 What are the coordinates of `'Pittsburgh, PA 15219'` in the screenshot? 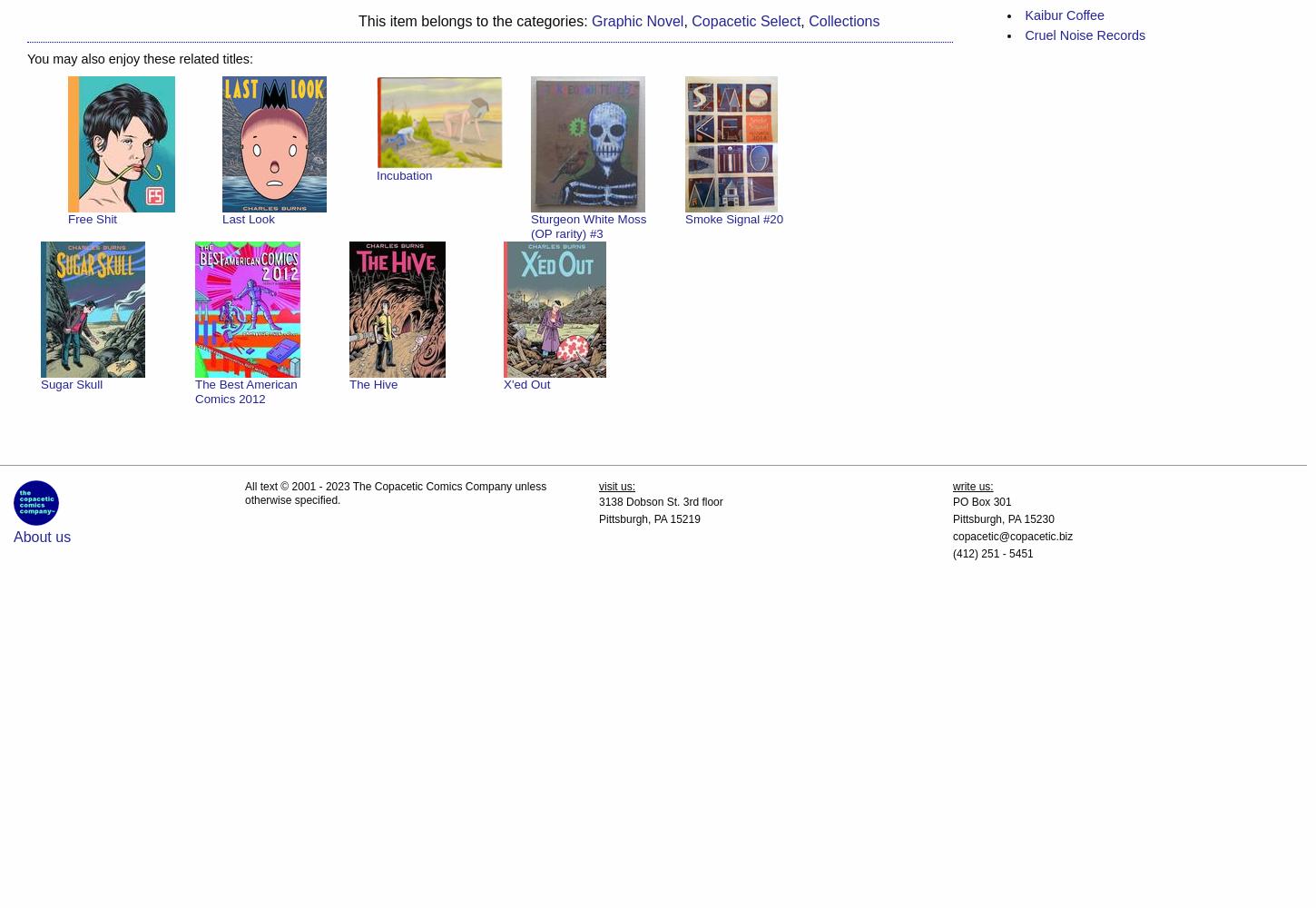 It's located at (648, 518).